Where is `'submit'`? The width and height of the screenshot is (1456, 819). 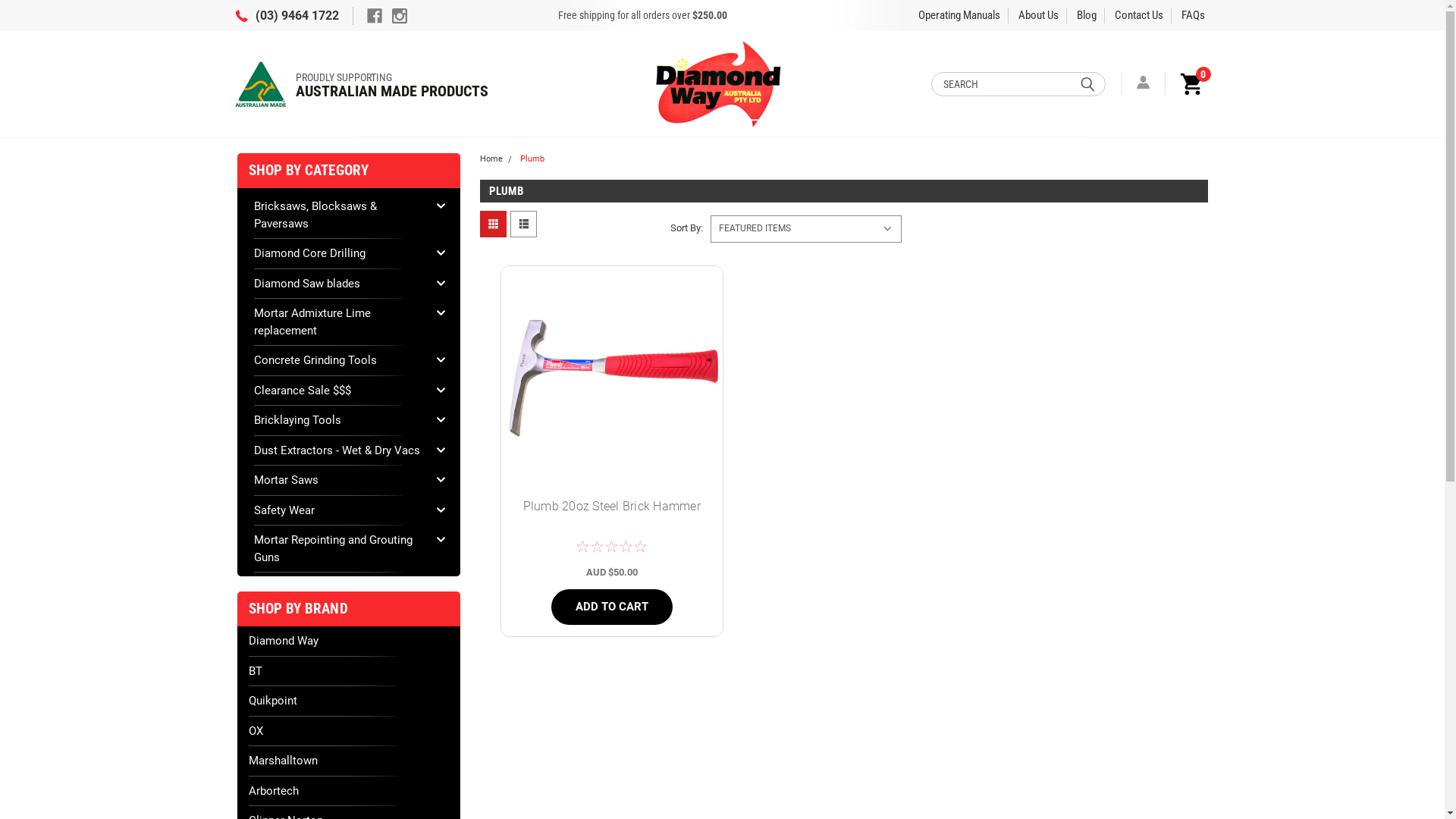 'submit' is located at coordinates (1087, 83).